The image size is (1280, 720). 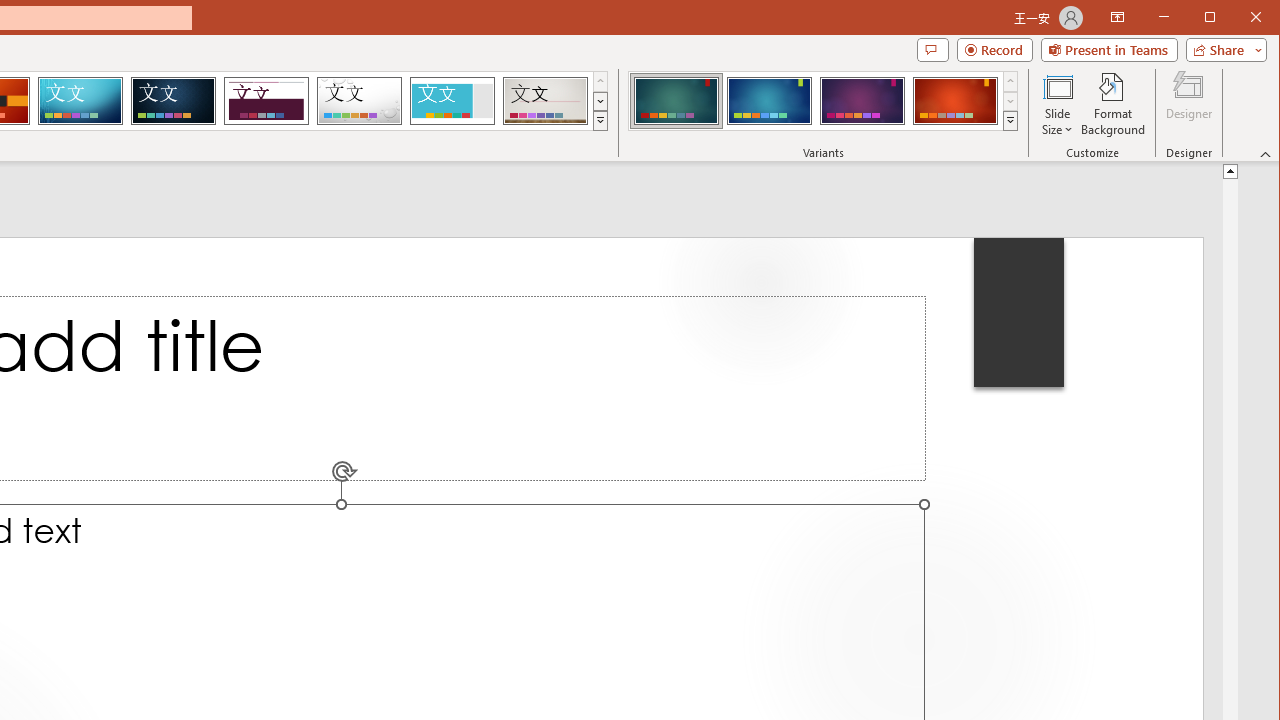 What do you see at coordinates (1010, 120) in the screenshot?
I see `'Variants'` at bounding box center [1010, 120].